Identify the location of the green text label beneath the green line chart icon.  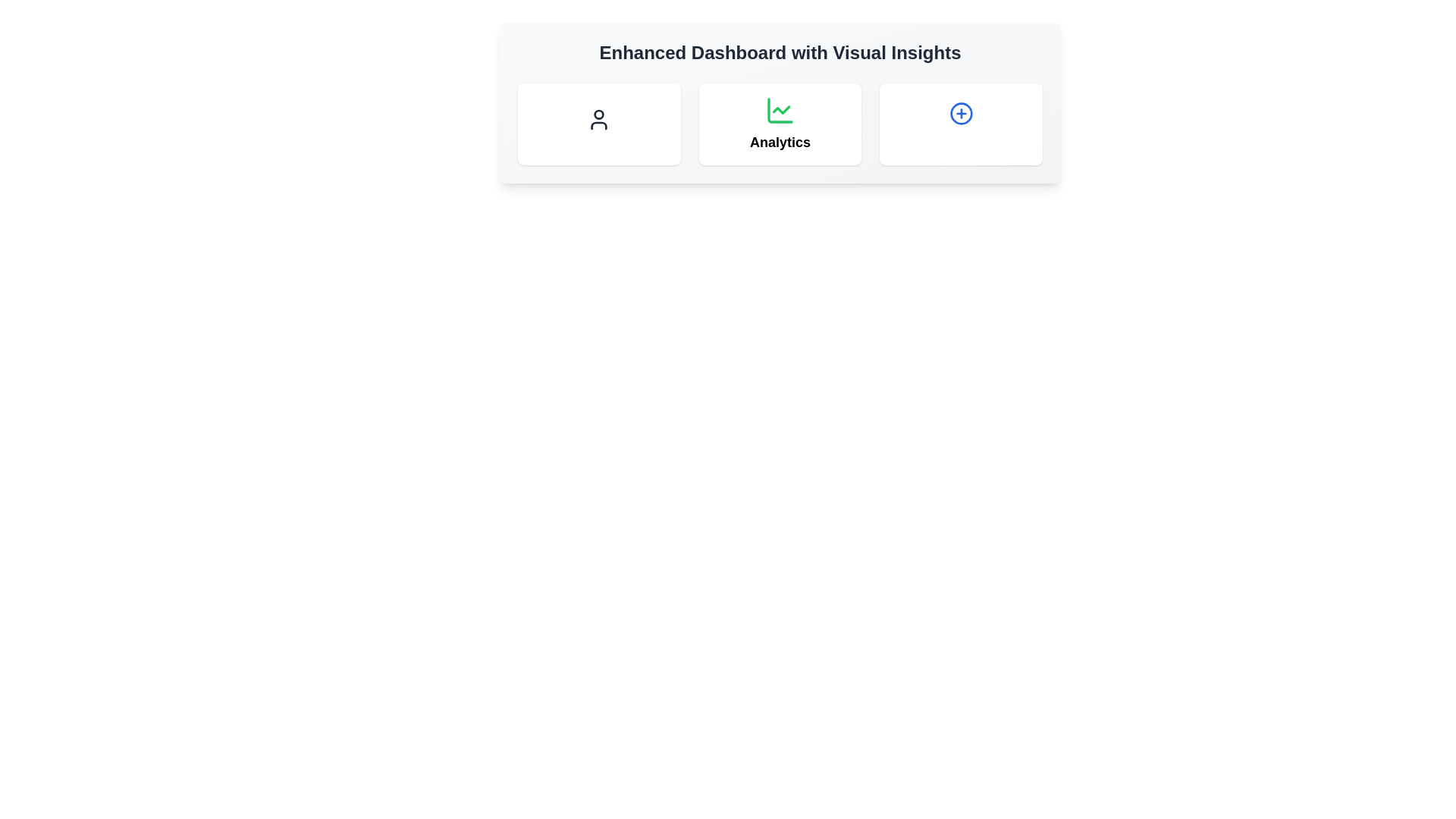
(780, 143).